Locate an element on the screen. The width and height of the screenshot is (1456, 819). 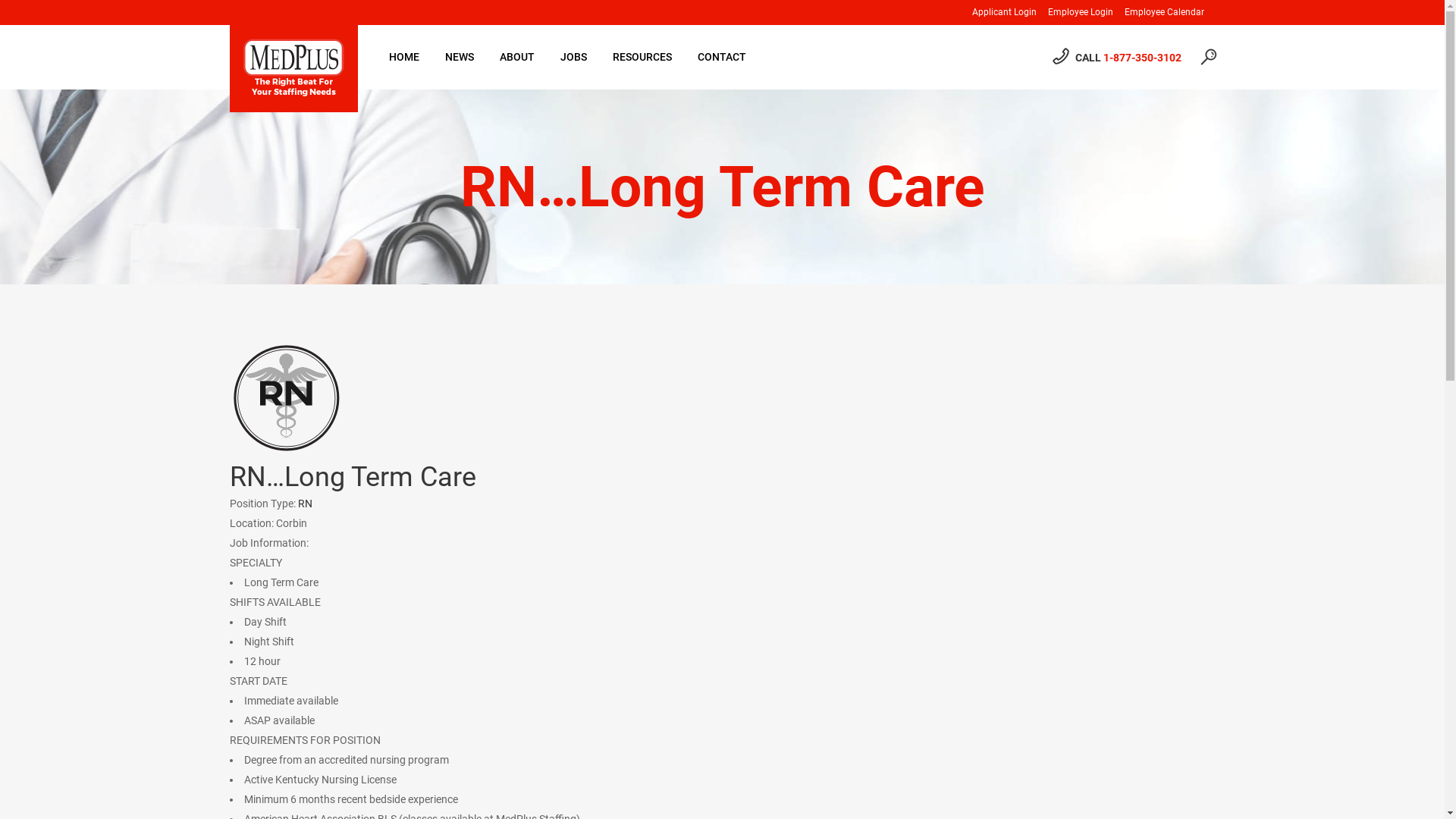
'RESOURCES' is located at coordinates (641, 56).